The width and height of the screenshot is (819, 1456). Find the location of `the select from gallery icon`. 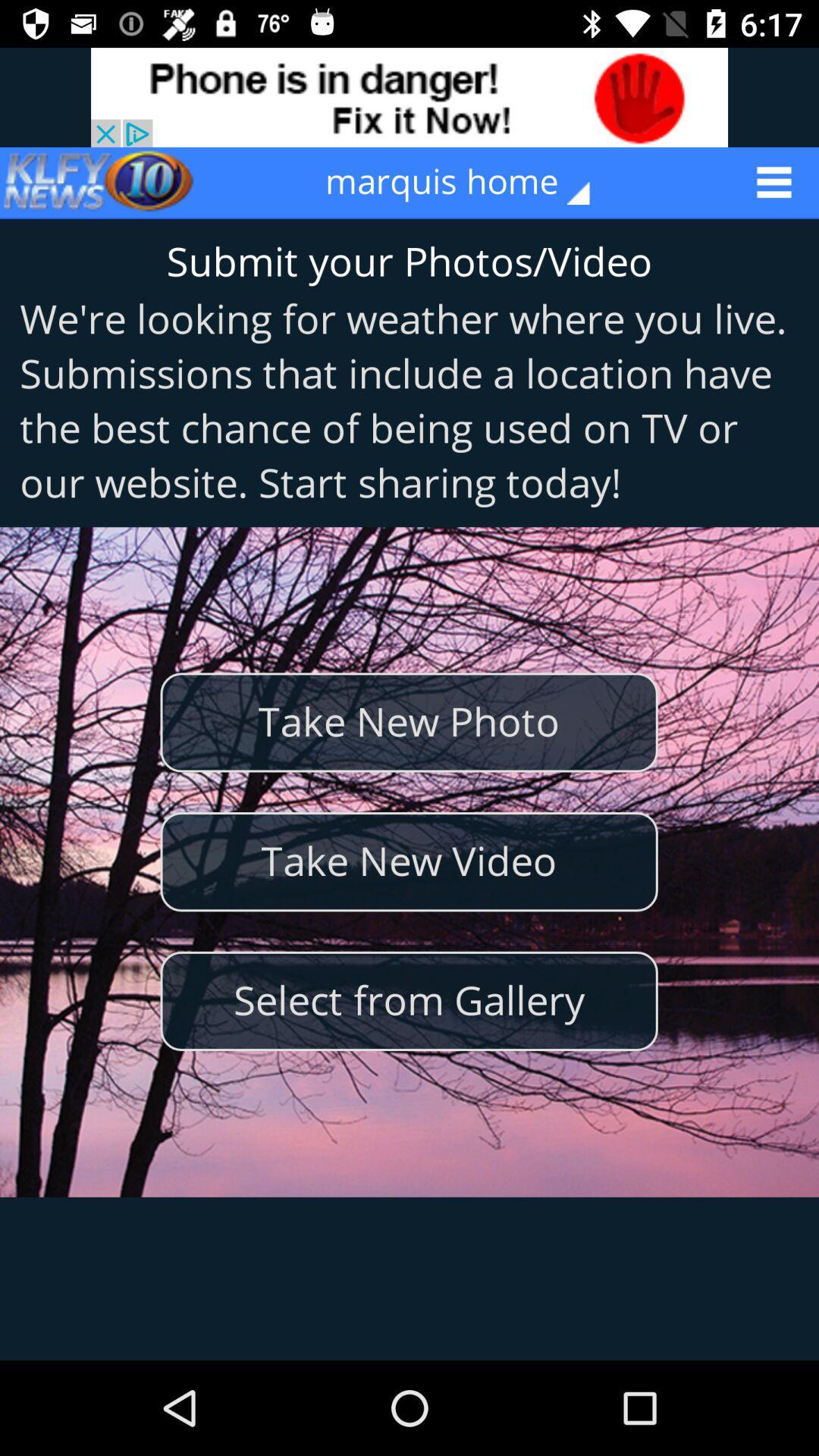

the select from gallery icon is located at coordinates (408, 1001).